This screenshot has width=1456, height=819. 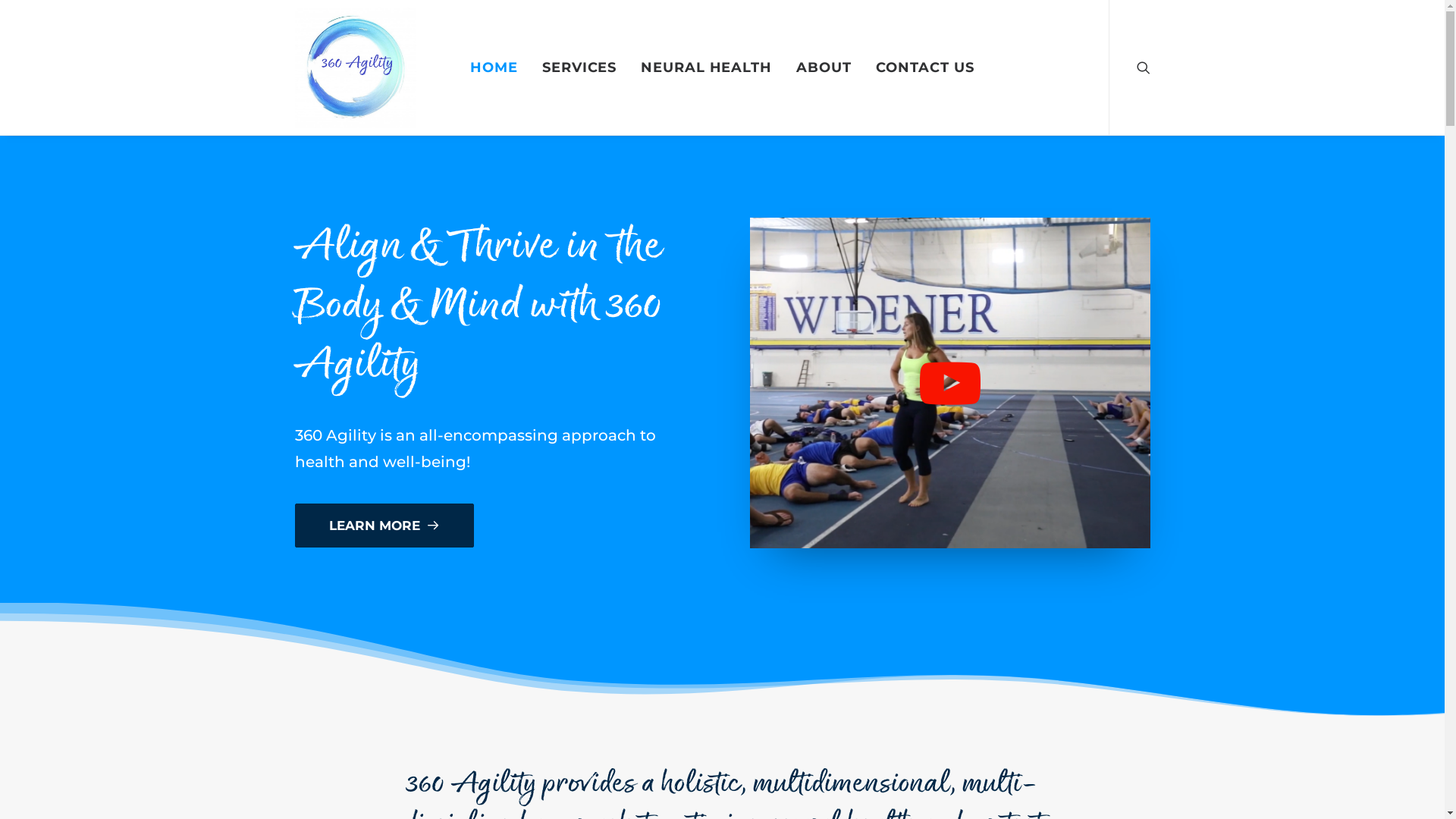 I want to click on 'NEURAL HEALTH', so click(x=705, y=66).